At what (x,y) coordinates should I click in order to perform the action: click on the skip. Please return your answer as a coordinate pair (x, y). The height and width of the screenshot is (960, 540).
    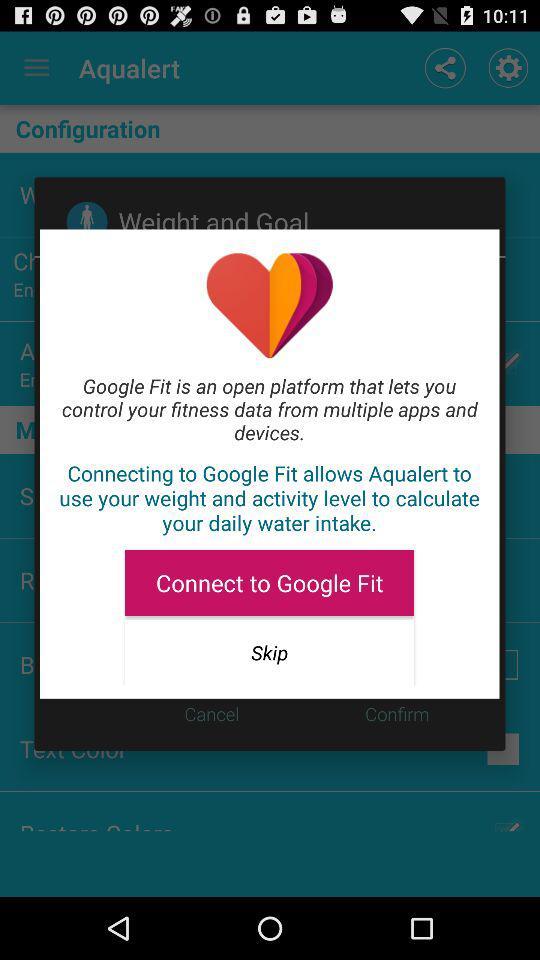
    Looking at the image, I should click on (269, 651).